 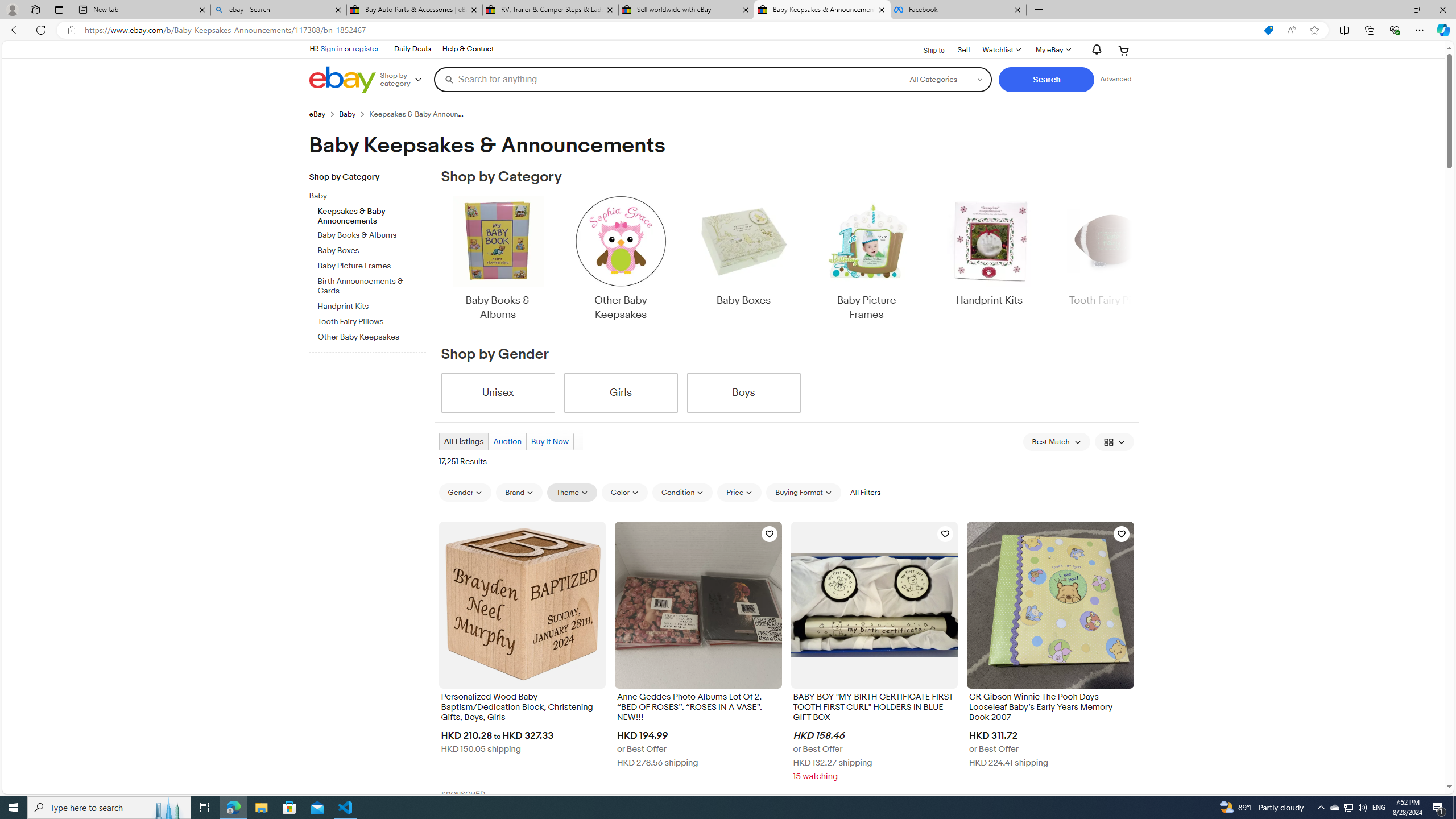 I want to click on 'Advanced Search', so click(x=1115, y=78).